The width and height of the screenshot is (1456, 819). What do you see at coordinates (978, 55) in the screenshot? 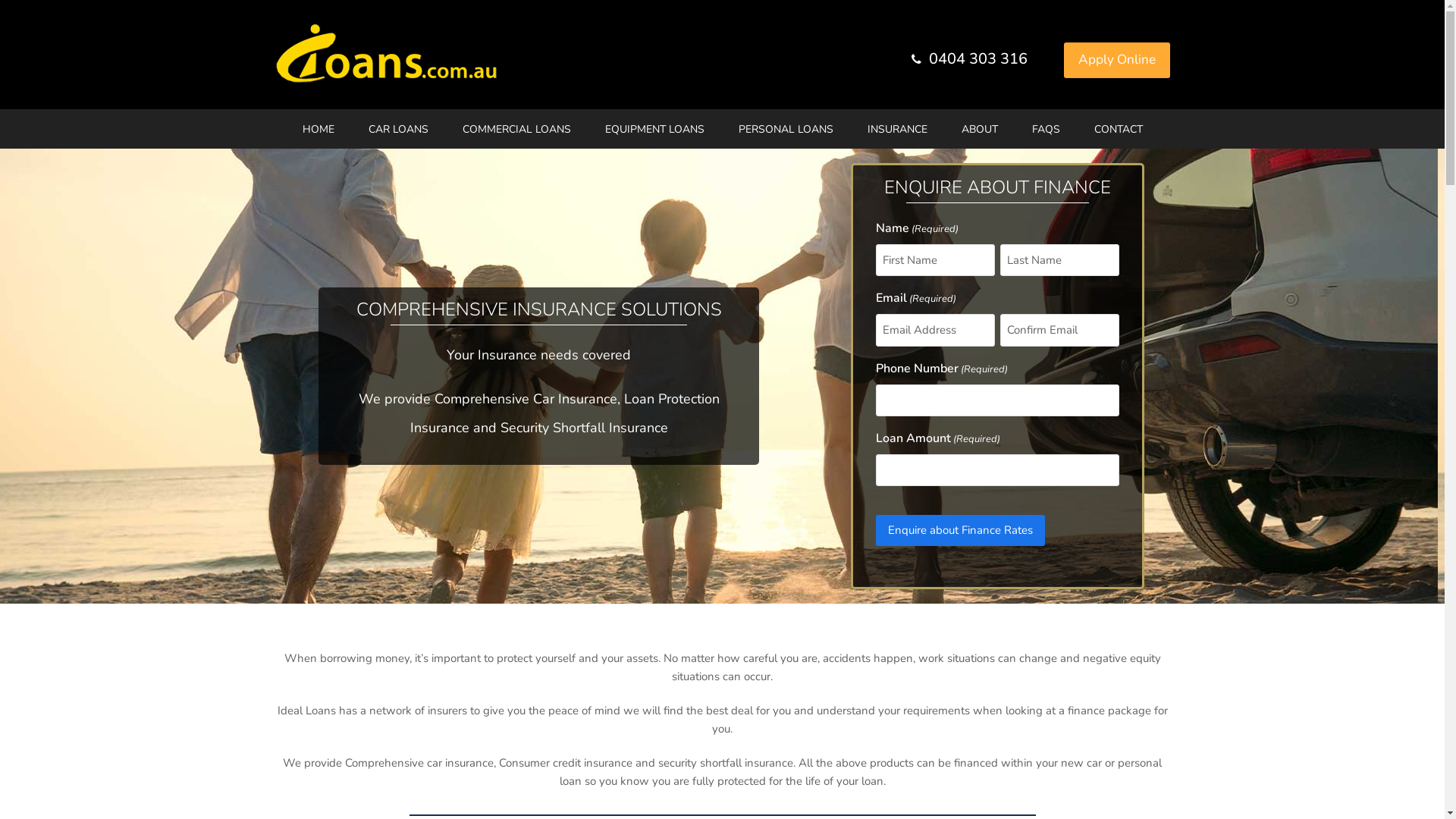
I see `'0404 303 316'` at bounding box center [978, 55].